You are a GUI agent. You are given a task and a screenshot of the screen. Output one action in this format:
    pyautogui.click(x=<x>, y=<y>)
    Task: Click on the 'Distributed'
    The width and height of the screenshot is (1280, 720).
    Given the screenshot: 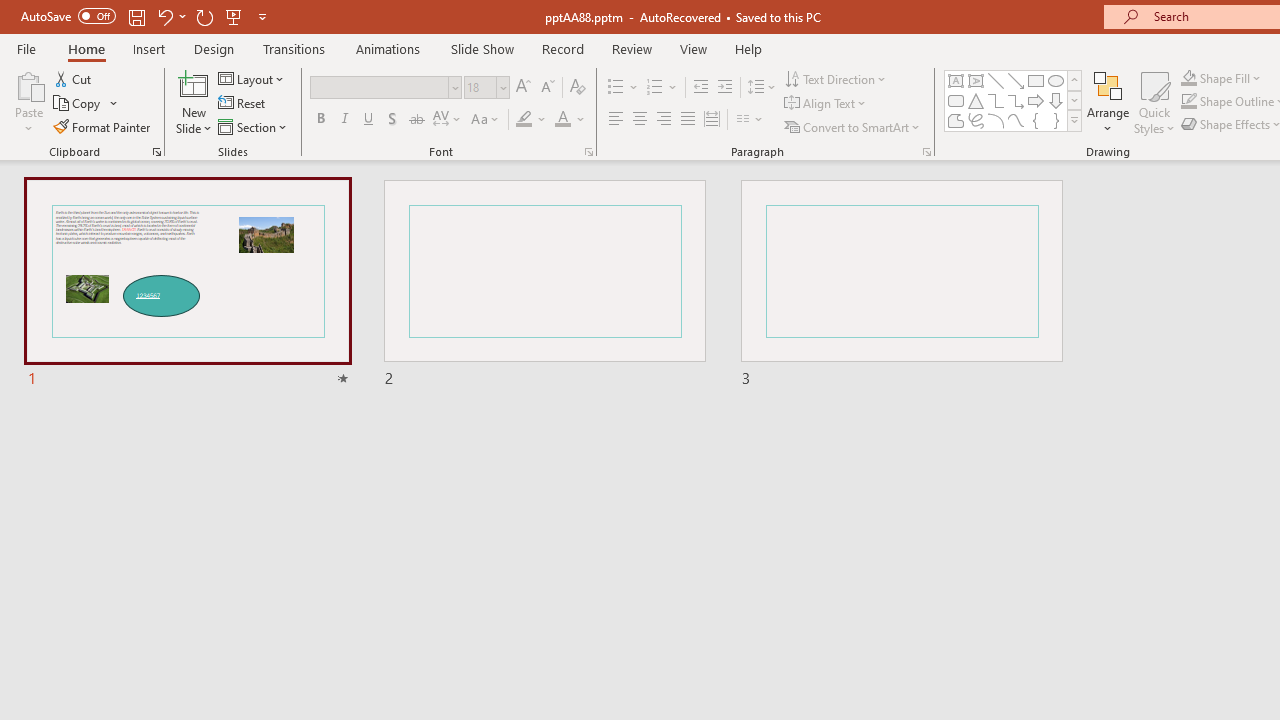 What is the action you would take?
    pyautogui.click(x=712, y=119)
    